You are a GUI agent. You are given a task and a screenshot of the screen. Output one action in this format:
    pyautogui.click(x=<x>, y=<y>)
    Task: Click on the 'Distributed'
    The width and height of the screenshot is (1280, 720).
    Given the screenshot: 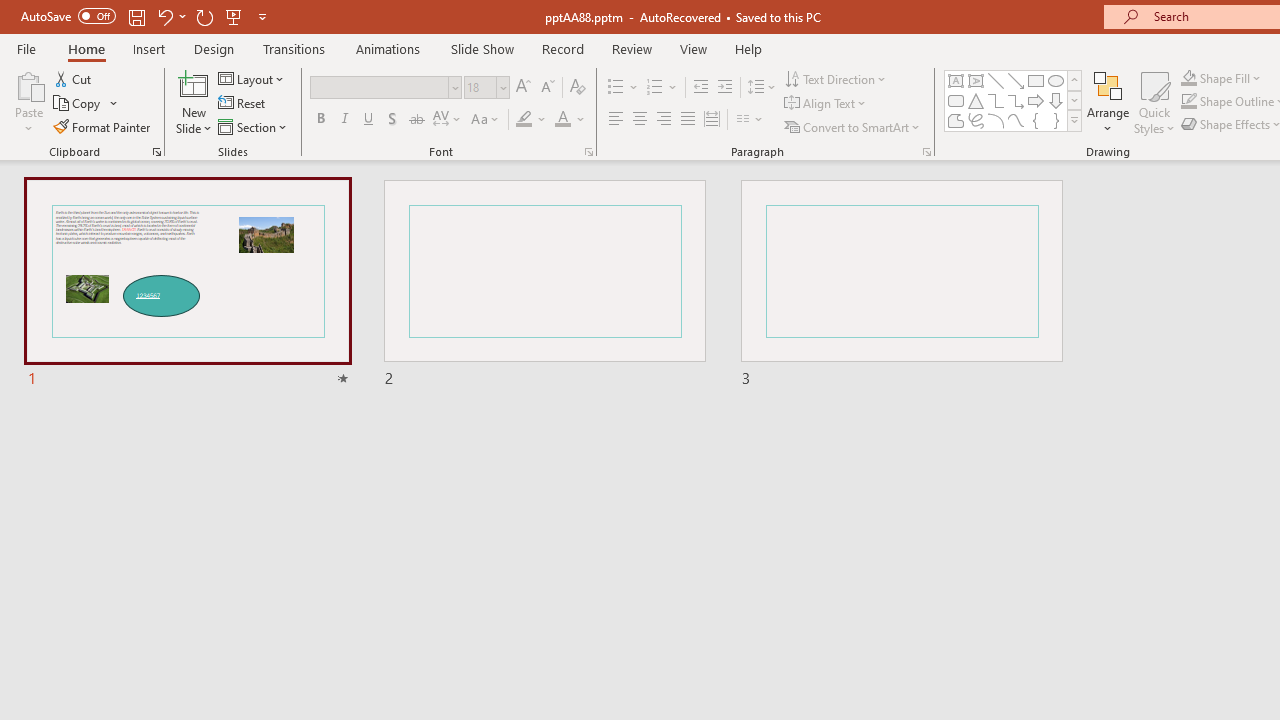 What is the action you would take?
    pyautogui.click(x=712, y=119)
    